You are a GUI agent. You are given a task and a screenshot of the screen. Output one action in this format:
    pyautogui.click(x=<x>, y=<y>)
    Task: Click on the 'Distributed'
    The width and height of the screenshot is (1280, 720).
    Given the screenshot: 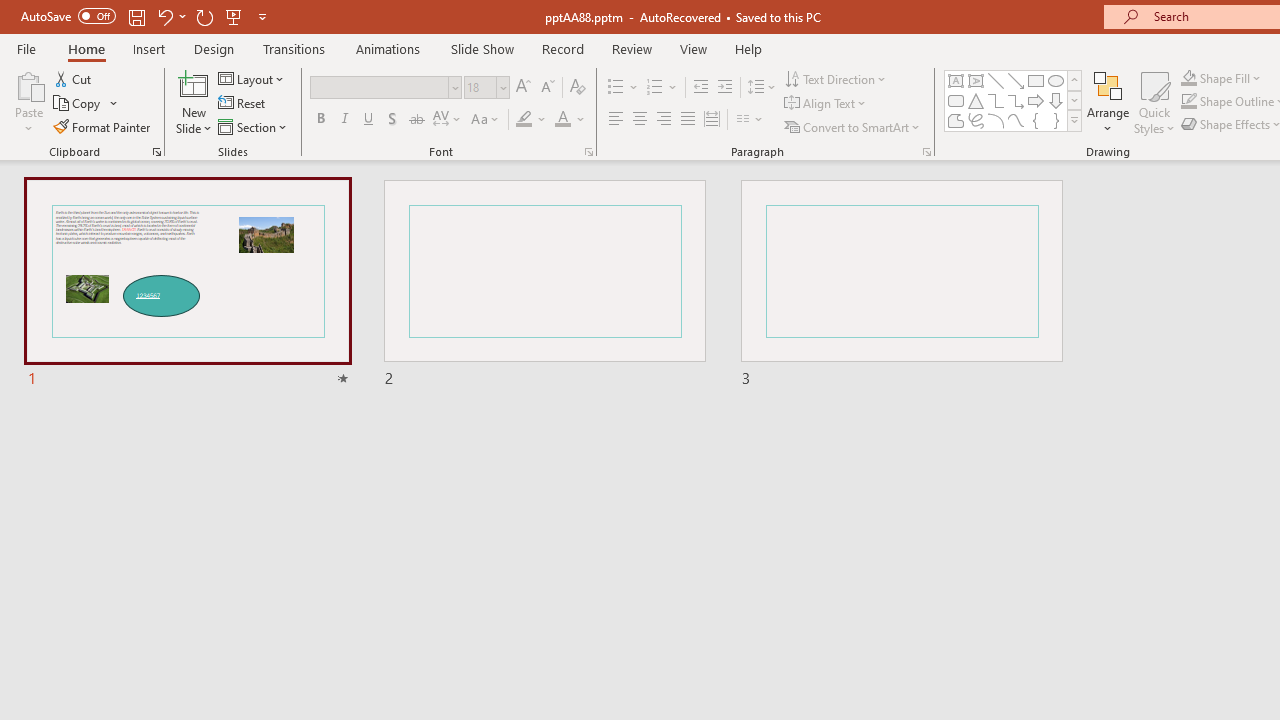 What is the action you would take?
    pyautogui.click(x=712, y=119)
    